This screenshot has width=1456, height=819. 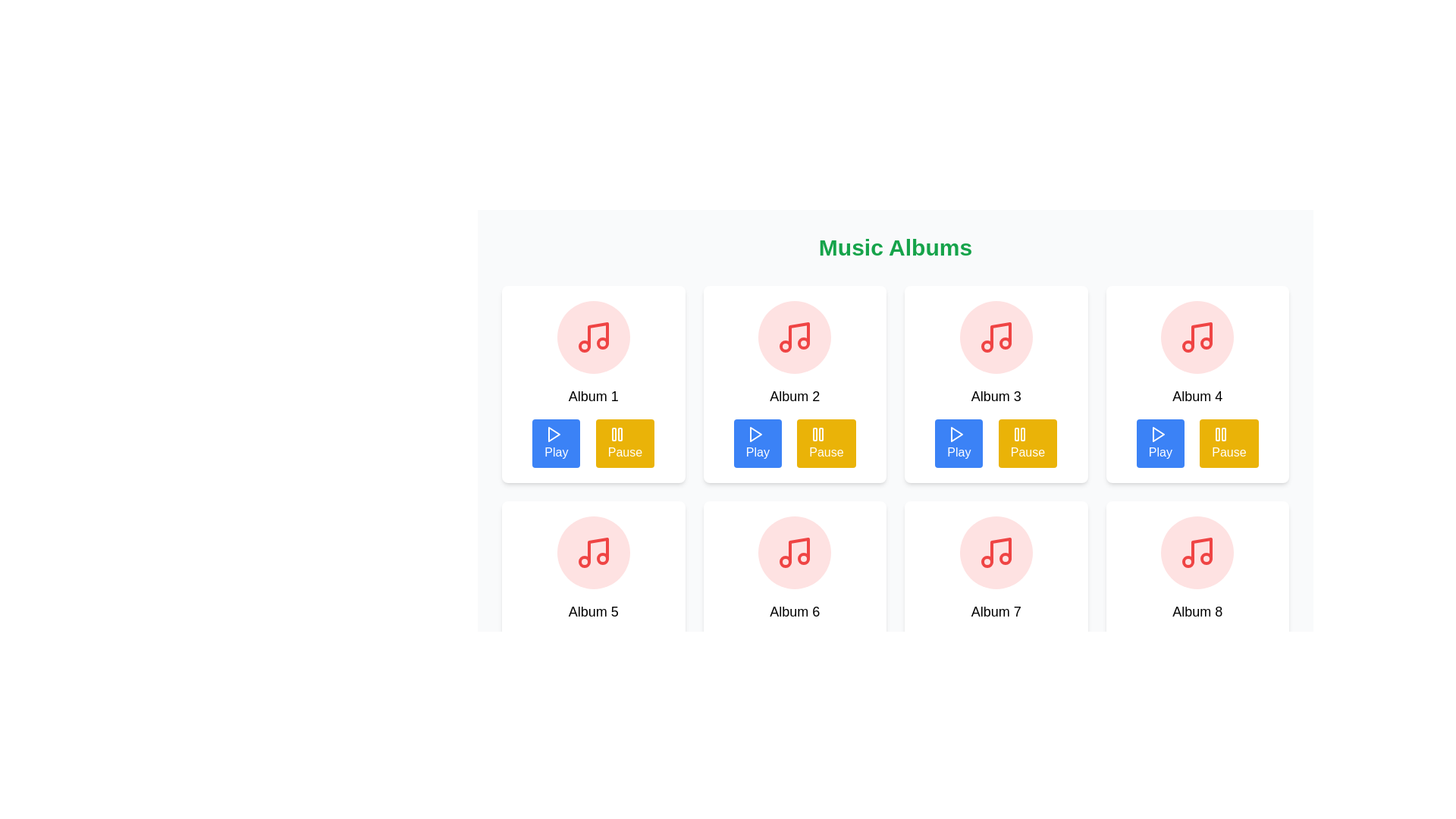 What do you see at coordinates (1197, 336) in the screenshot?
I see `the red-colored decorative icon representing musical notes located in the fourth column of the top row within the music albums grid interface, centered in the tile labeled 'Album 4'` at bounding box center [1197, 336].